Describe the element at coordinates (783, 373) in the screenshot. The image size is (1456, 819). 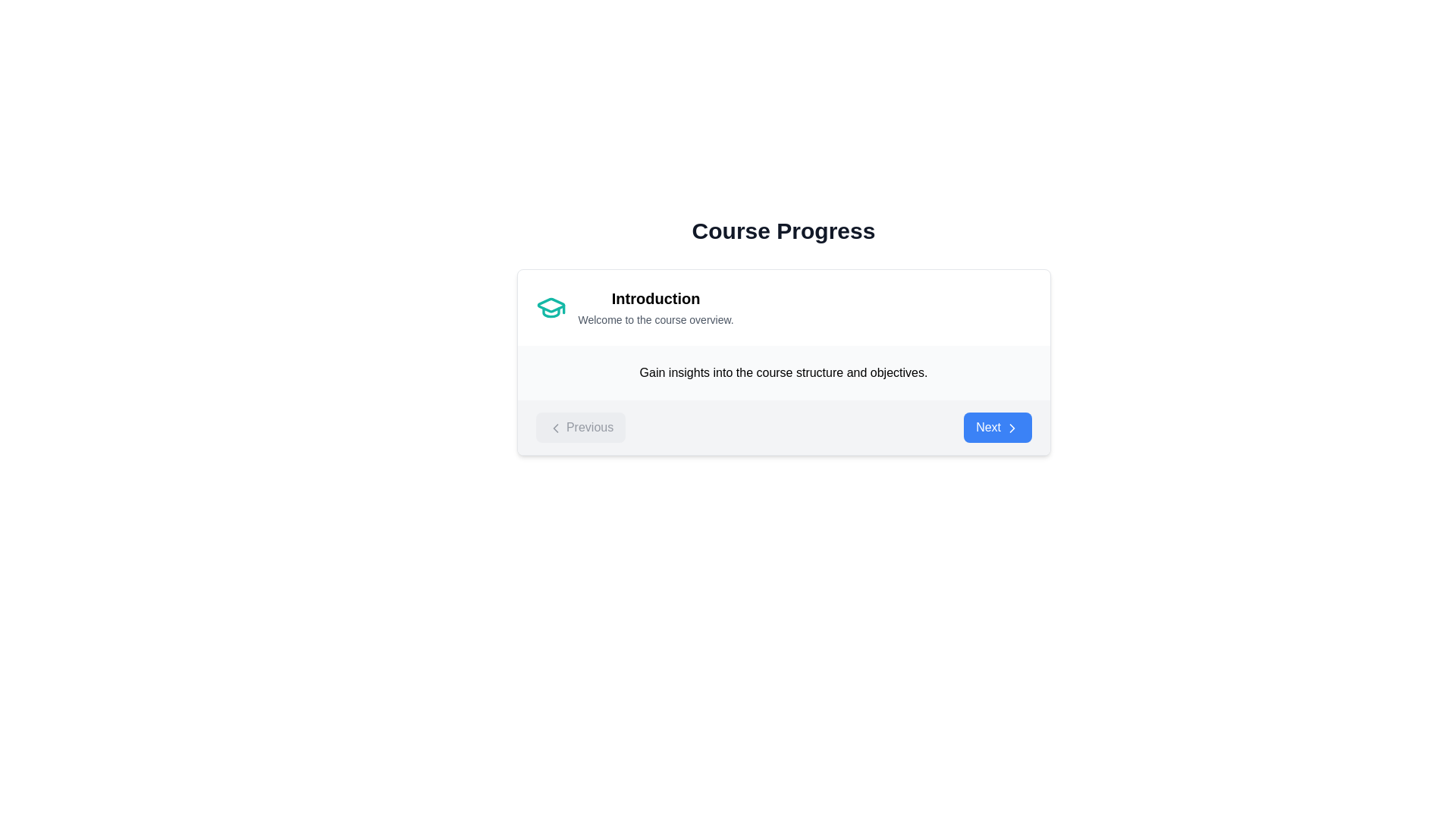
I see `the textual description element that contains the text 'Gain insights into the course structure and objectives.' which is displayed in a light gray rectangle below the 'Introduction' section and above the navigation bar` at that location.